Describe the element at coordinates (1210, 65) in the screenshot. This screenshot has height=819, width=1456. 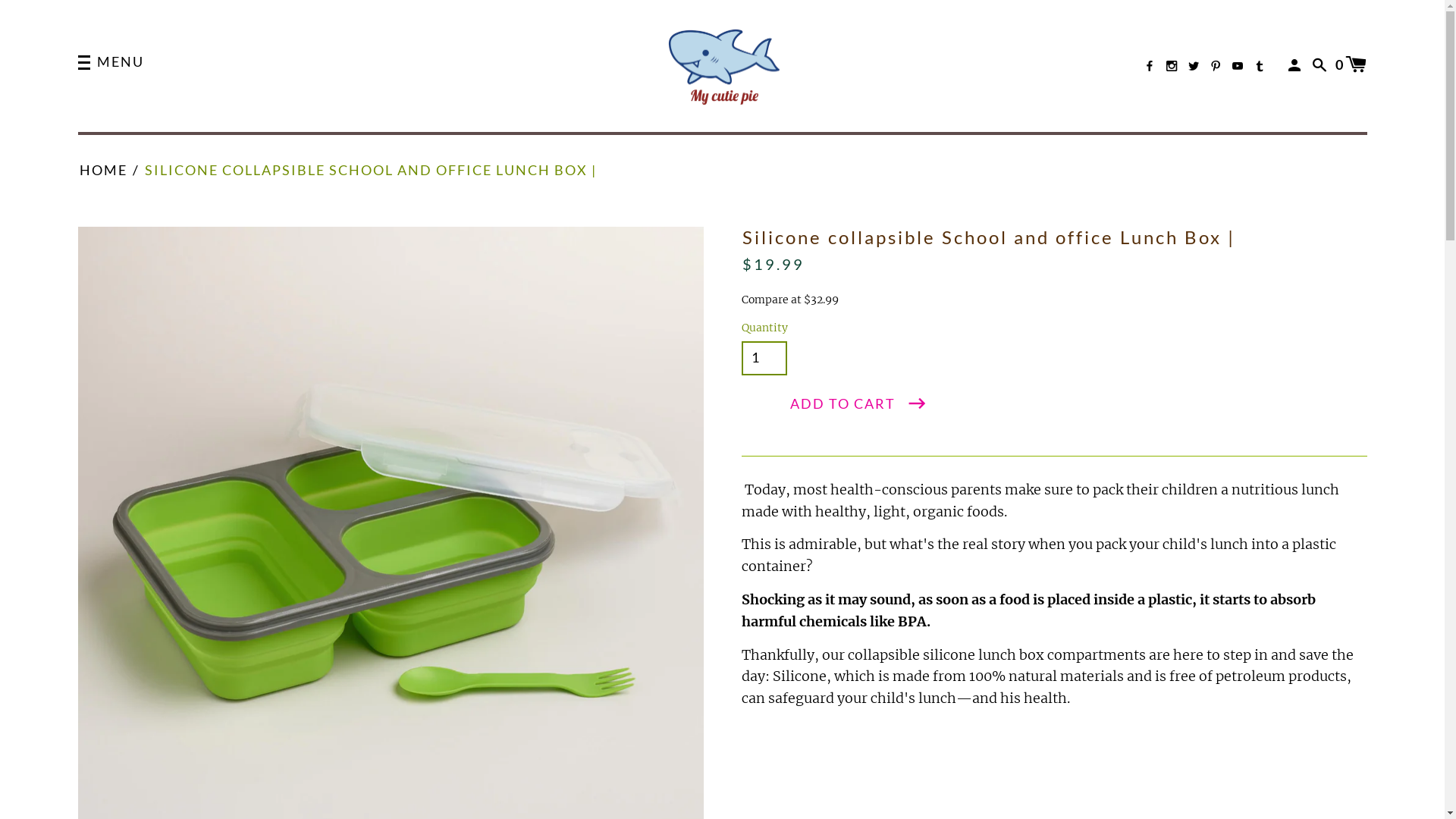
I see `'My Cutie Pie on Pinterest'` at that location.